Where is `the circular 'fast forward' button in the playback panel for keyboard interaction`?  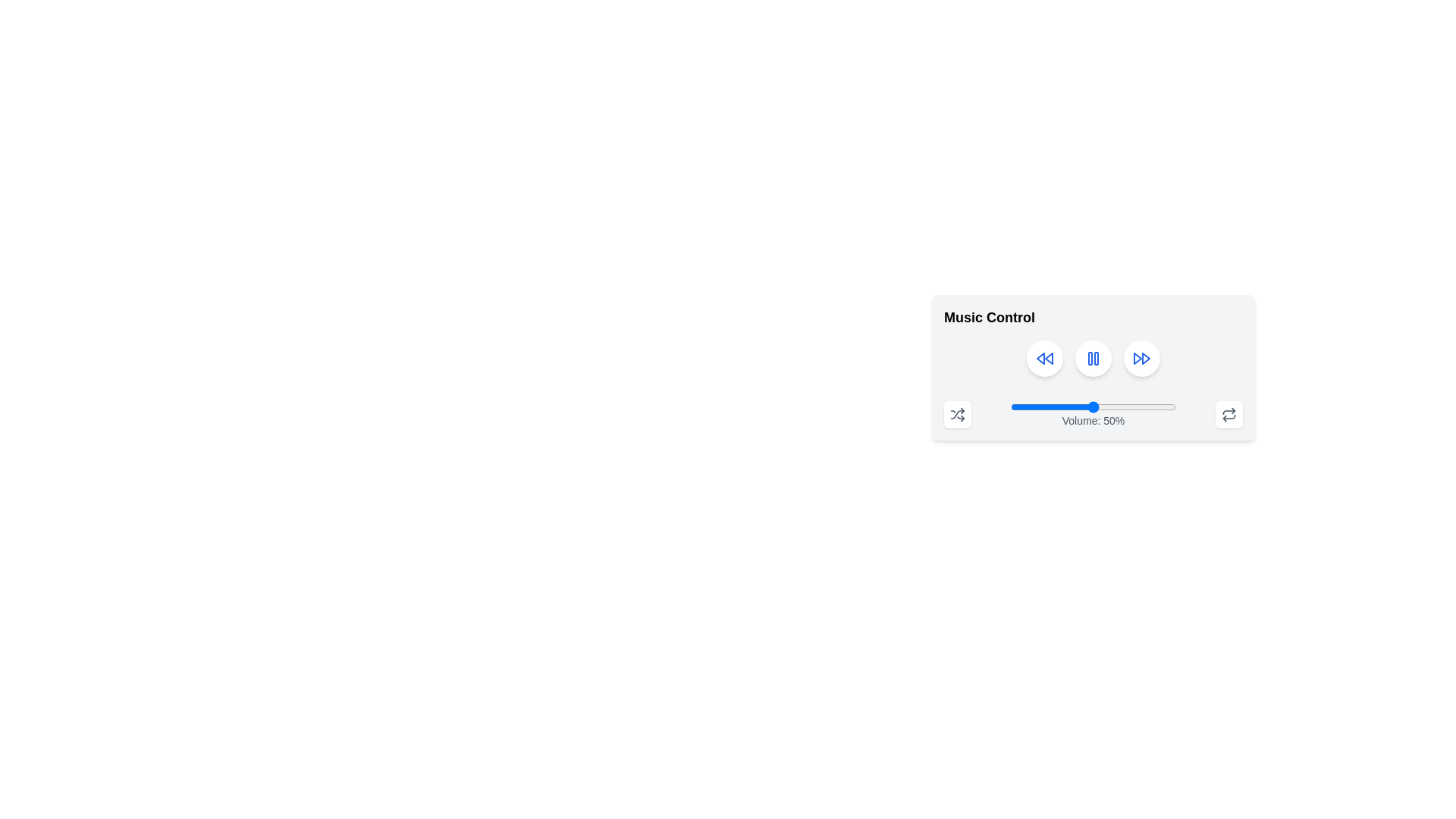 the circular 'fast forward' button in the playback panel for keyboard interaction is located at coordinates (1142, 359).